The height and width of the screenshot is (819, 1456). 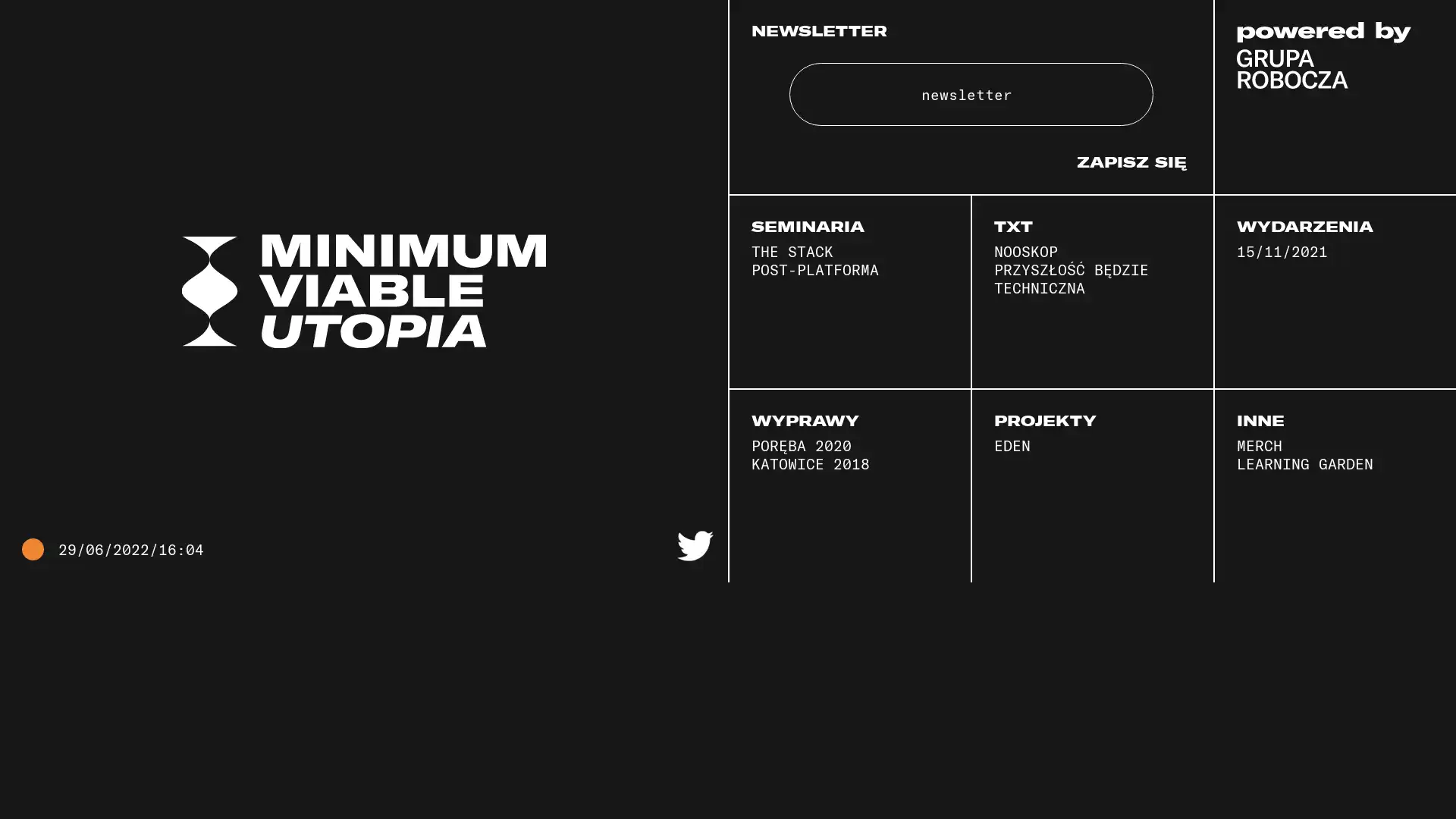 I want to click on ZAPISZ SIE, so click(x=1131, y=240).